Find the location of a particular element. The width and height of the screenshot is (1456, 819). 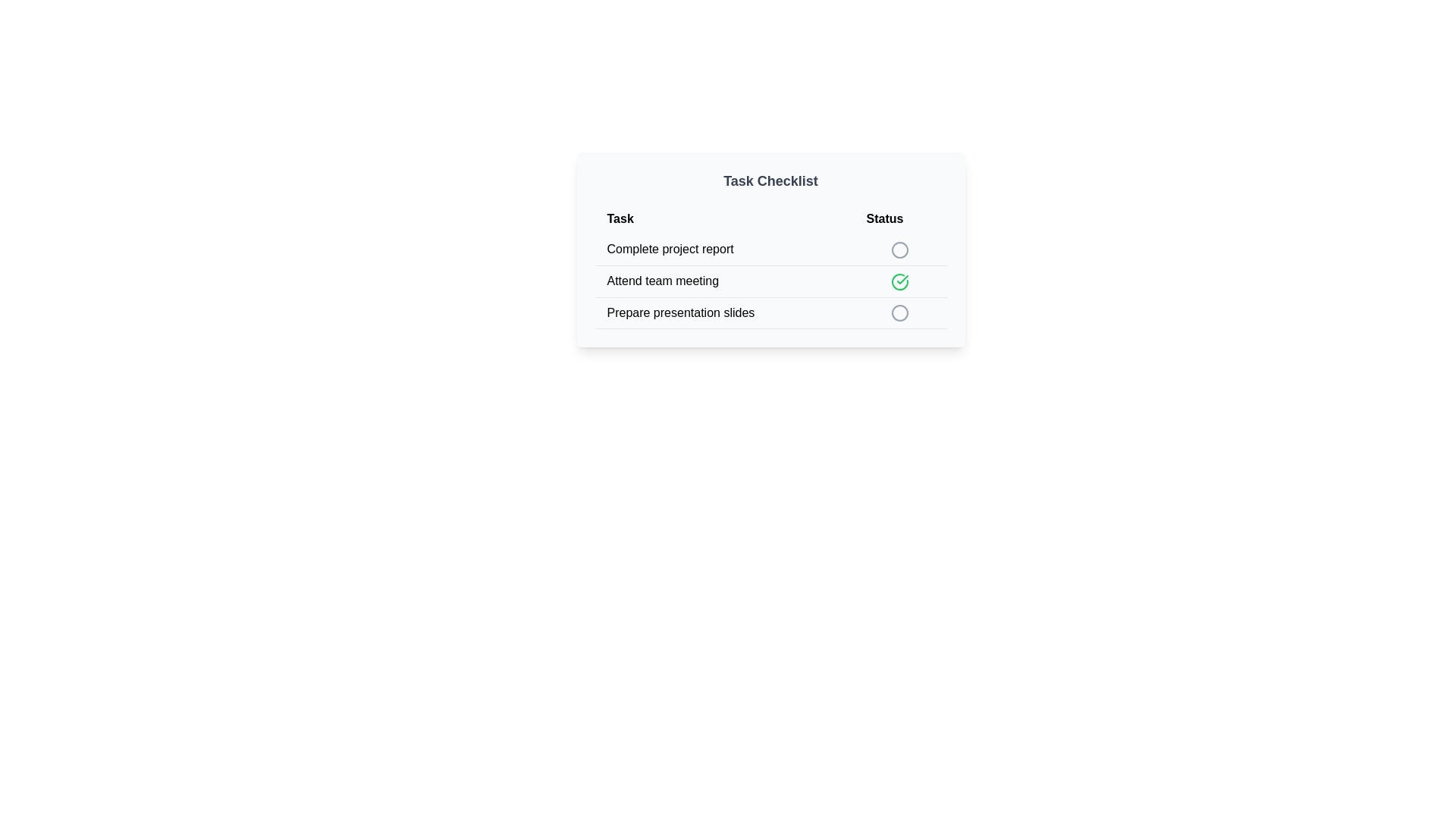

the visual status indicator representing the incomplete or pending status for the 'Complete project report' task, located in the 'Status' column of the checklist interface is located at coordinates (900, 249).